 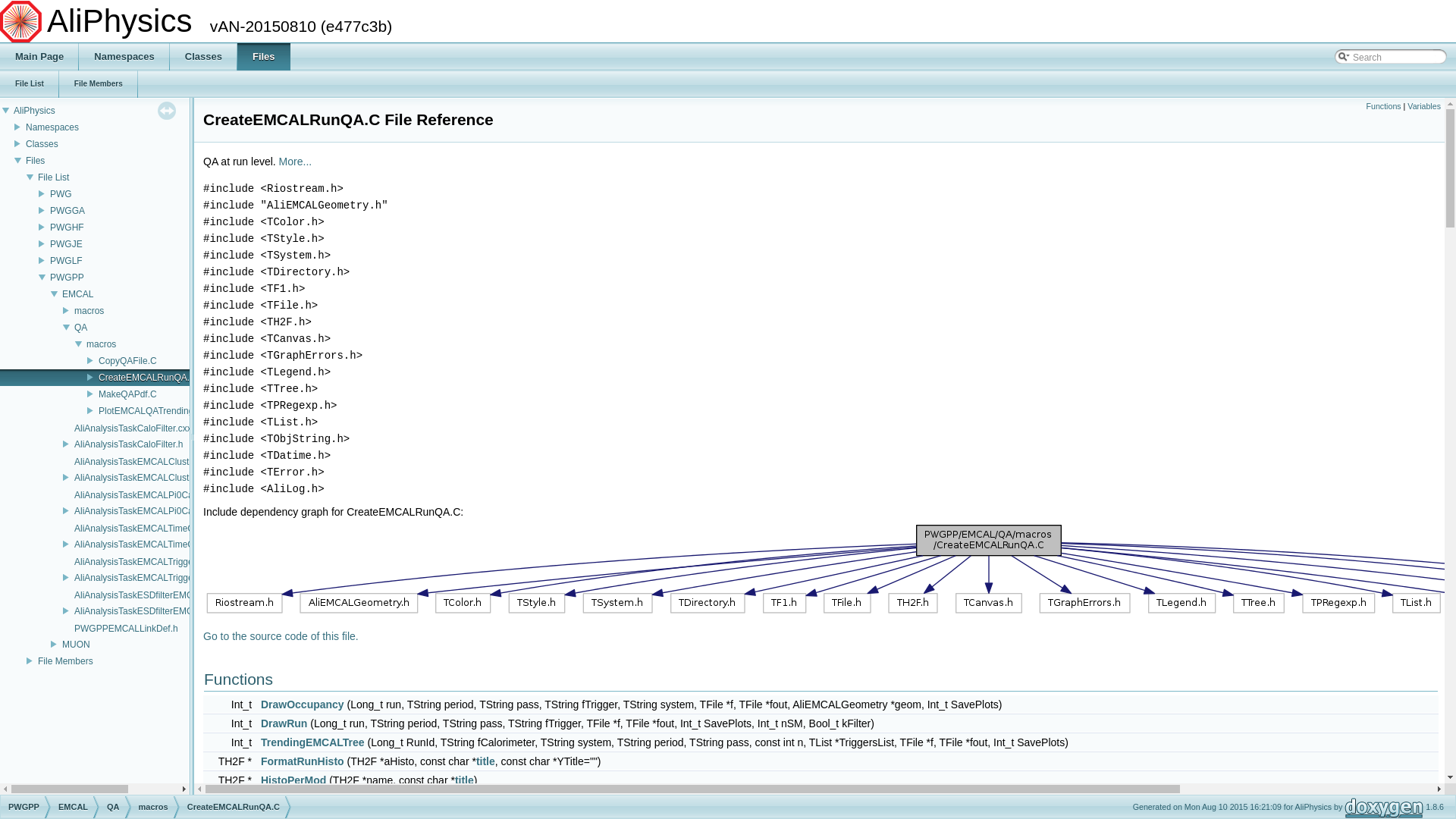 What do you see at coordinates (88, 309) in the screenshot?
I see `'macros'` at bounding box center [88, 309].